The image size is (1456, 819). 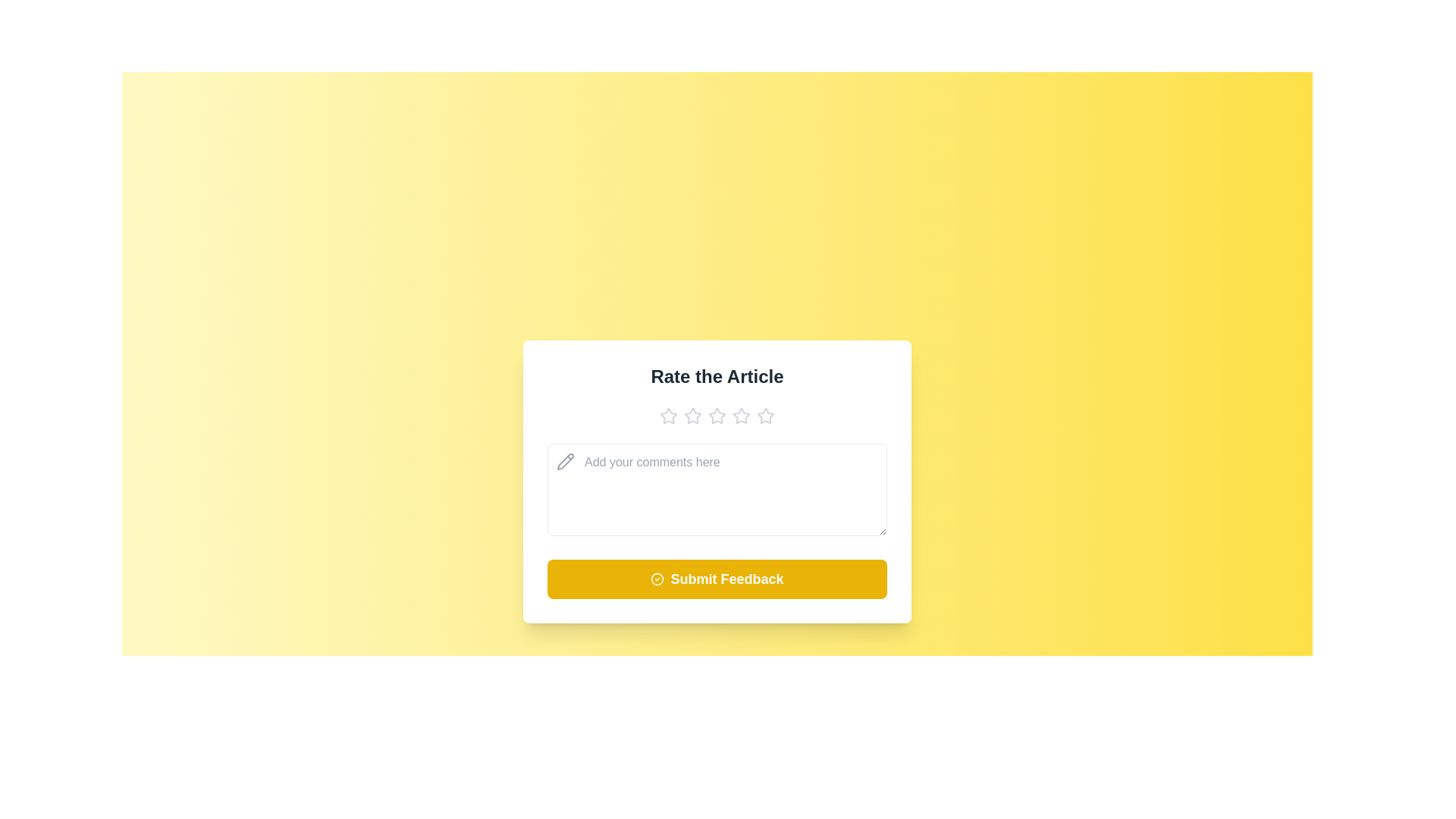 What do you see at coordinates (668, 415) in the screenshot?
I see `the first star-shaped rating icon, which is outlined in a darker gray stroke and filled with a light gray color` at bounding box center [668, 415].